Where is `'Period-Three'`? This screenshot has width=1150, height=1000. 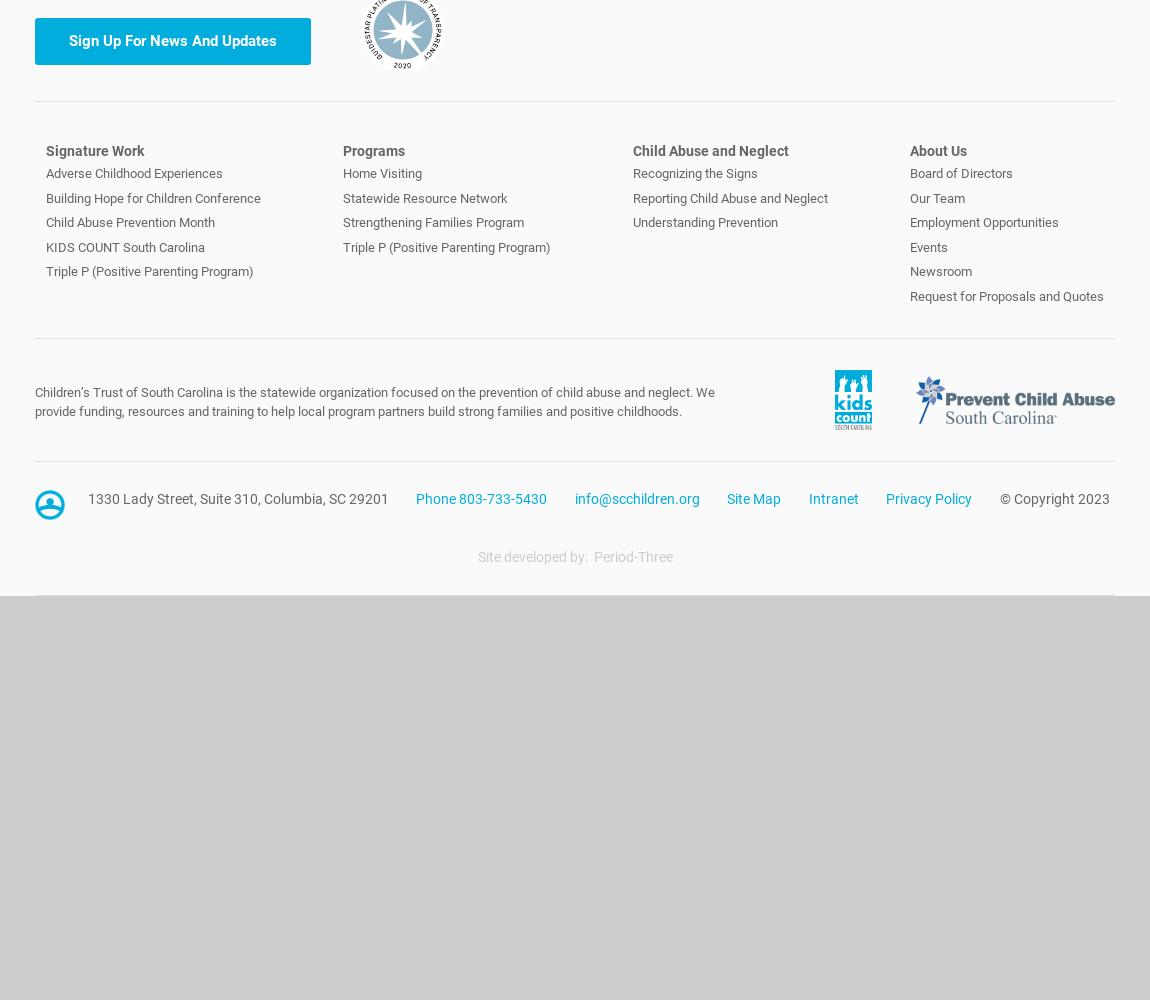 'Period-Three' is located at coordinates (631, 557).